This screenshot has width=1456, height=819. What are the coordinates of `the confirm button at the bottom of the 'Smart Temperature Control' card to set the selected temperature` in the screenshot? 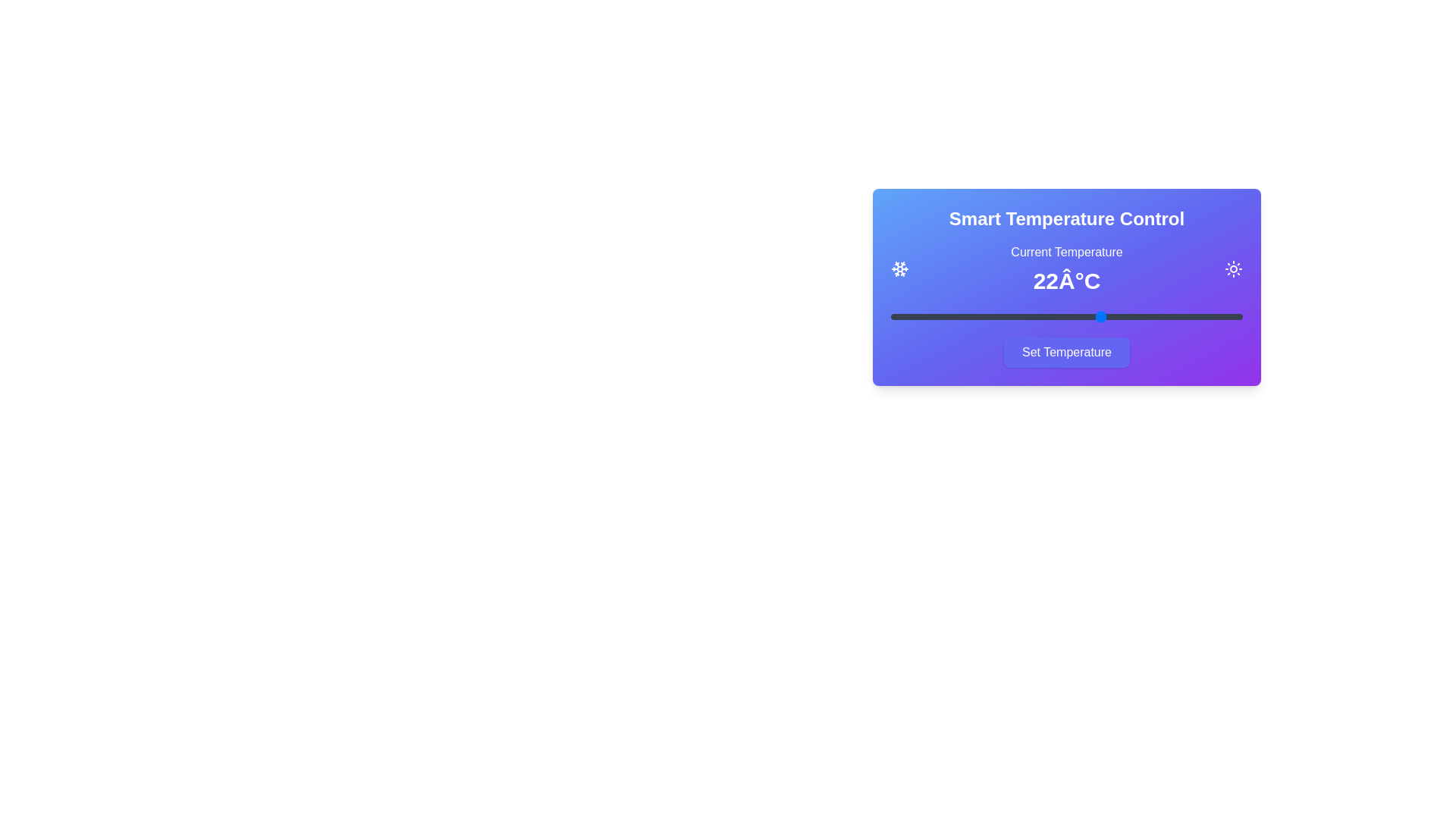 It's located at (1065, 353).